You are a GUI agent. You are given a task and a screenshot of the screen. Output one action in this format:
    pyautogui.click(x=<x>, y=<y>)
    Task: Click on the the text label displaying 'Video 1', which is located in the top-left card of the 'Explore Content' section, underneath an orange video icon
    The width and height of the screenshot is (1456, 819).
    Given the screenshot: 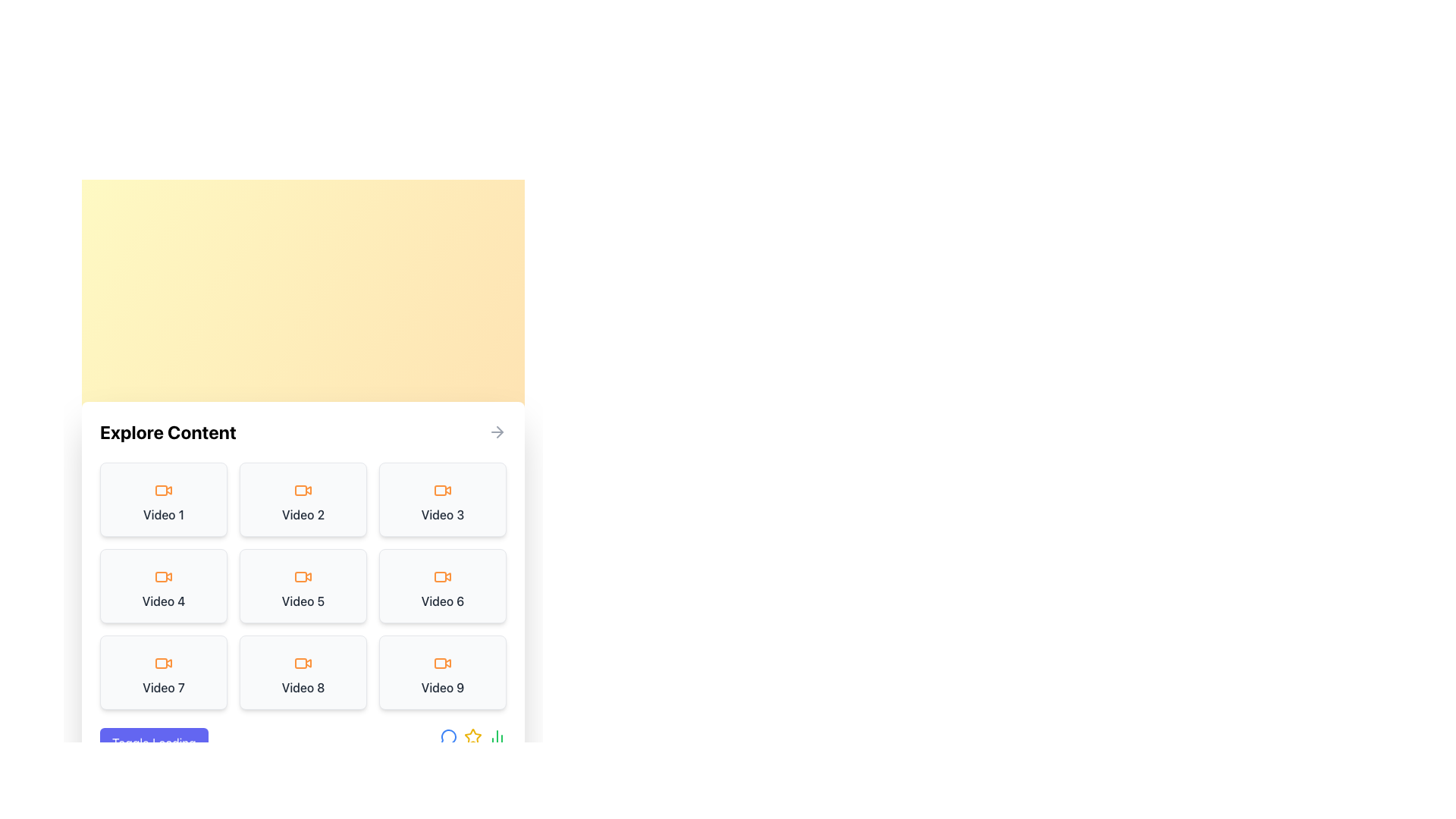 What is the action you would take?
    pyautogui.click(x=164, y=513)
    